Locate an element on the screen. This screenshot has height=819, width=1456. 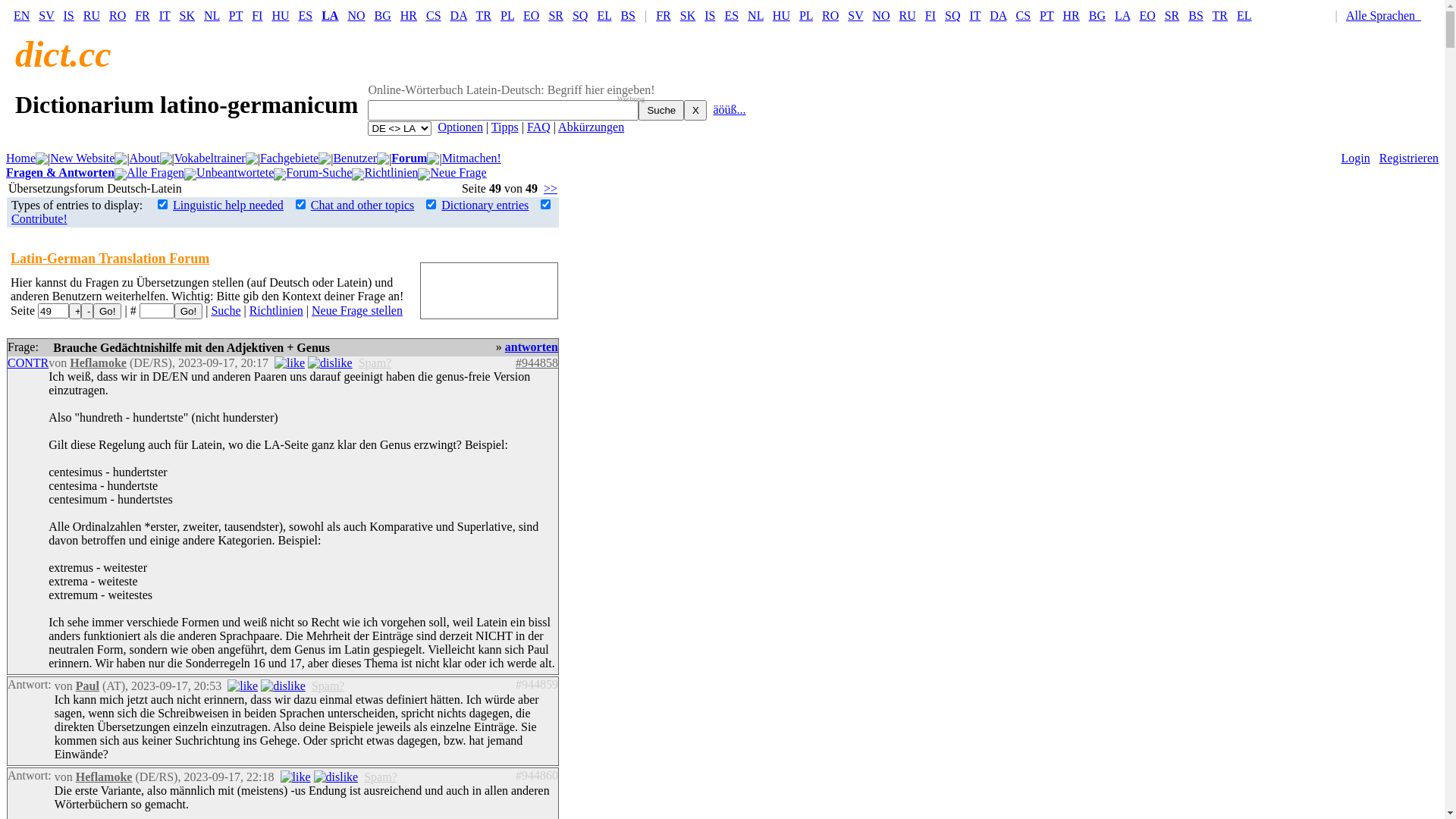
'Spam?' is located at coordinates (381, 777).